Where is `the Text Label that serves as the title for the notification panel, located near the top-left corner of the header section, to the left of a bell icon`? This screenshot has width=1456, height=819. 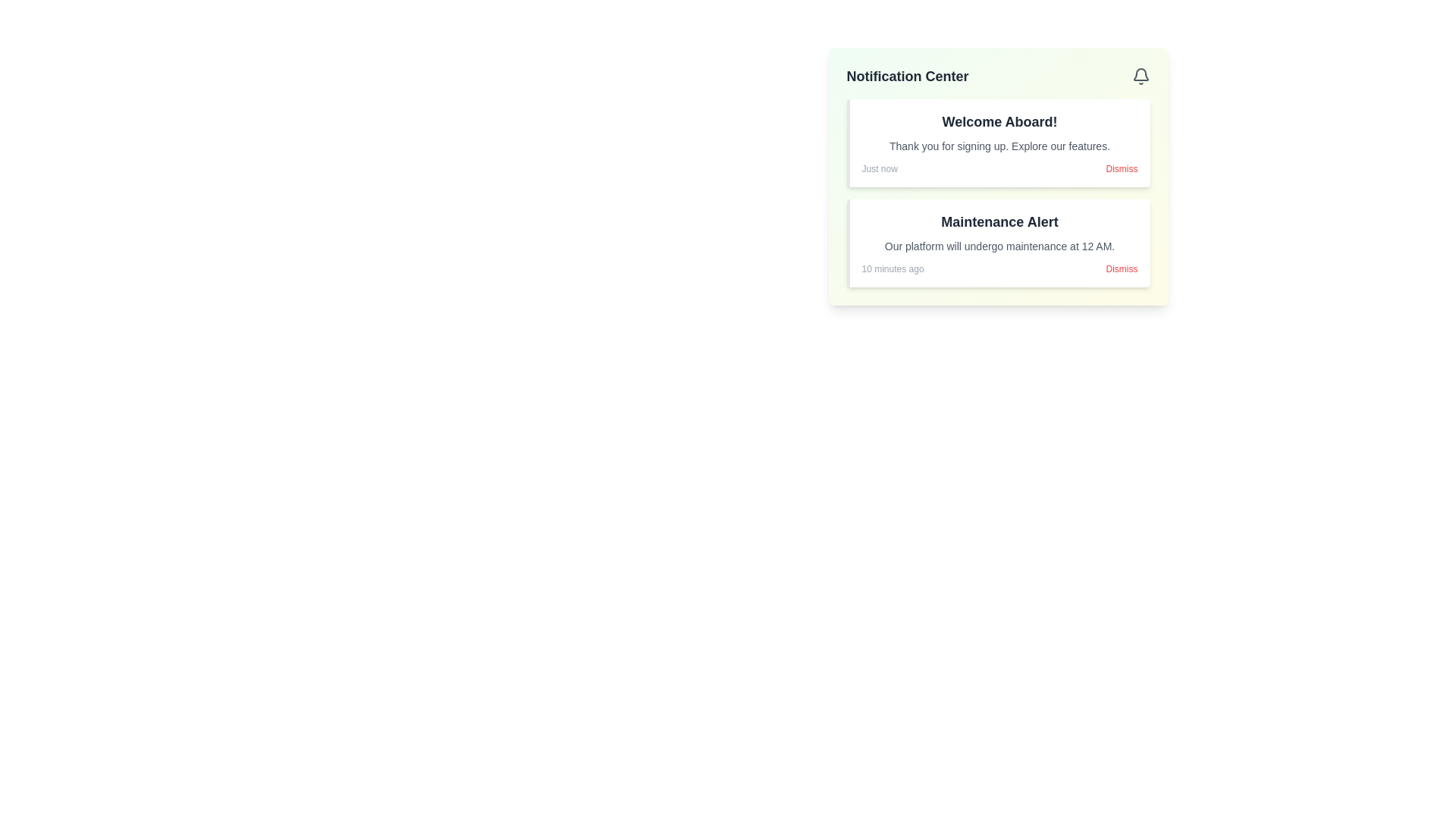 the Text Label that serves as the title for the notification panel, located near the top-left corner of the header section, to the left of a bell icon is located at coordinates (907, 76).